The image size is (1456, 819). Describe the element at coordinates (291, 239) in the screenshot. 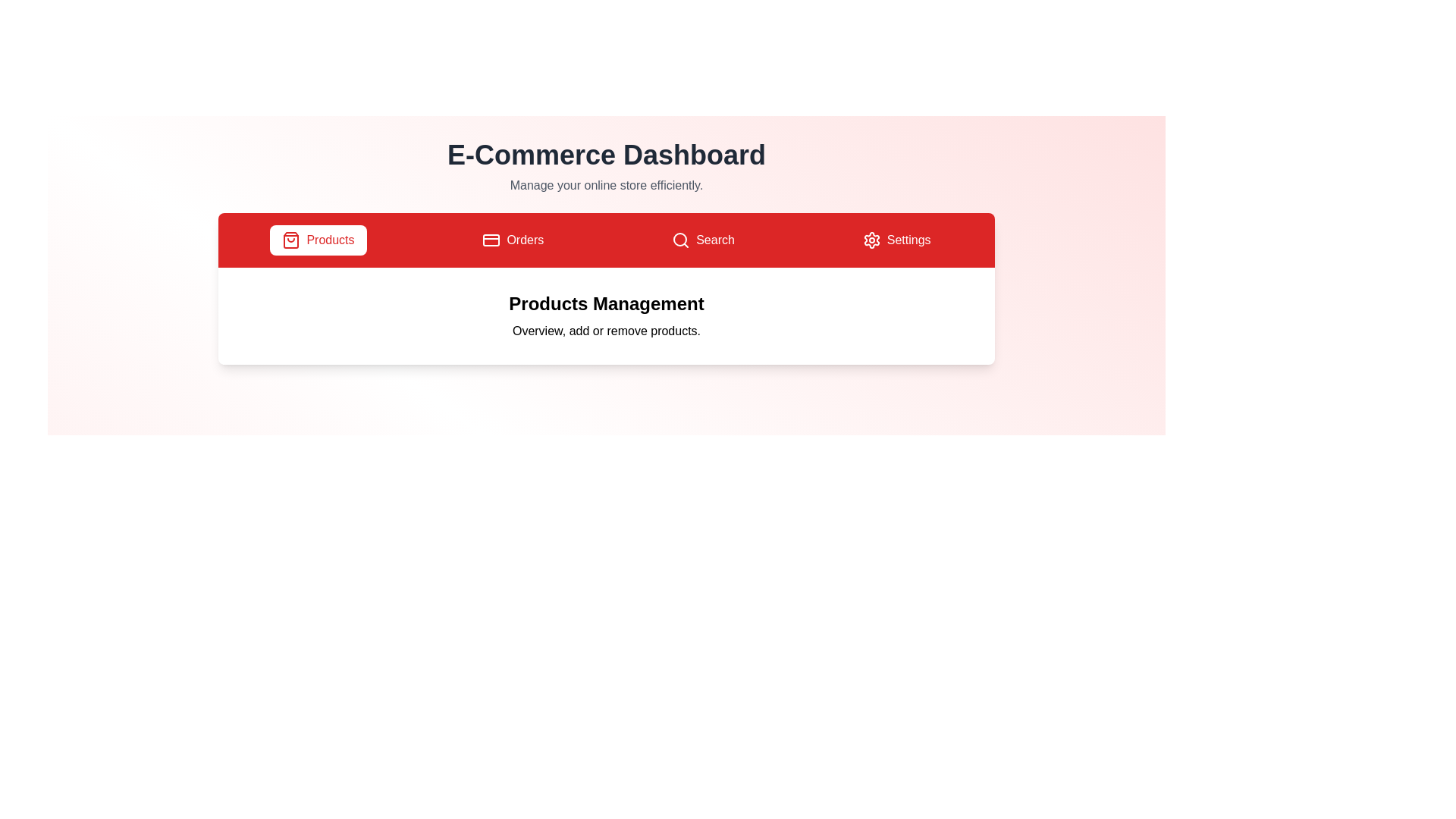

I see `the 'Products' icon, which is part of the button on the leftmost side of the red bar below the 'E-Commerce Dashboard' header` at that location.